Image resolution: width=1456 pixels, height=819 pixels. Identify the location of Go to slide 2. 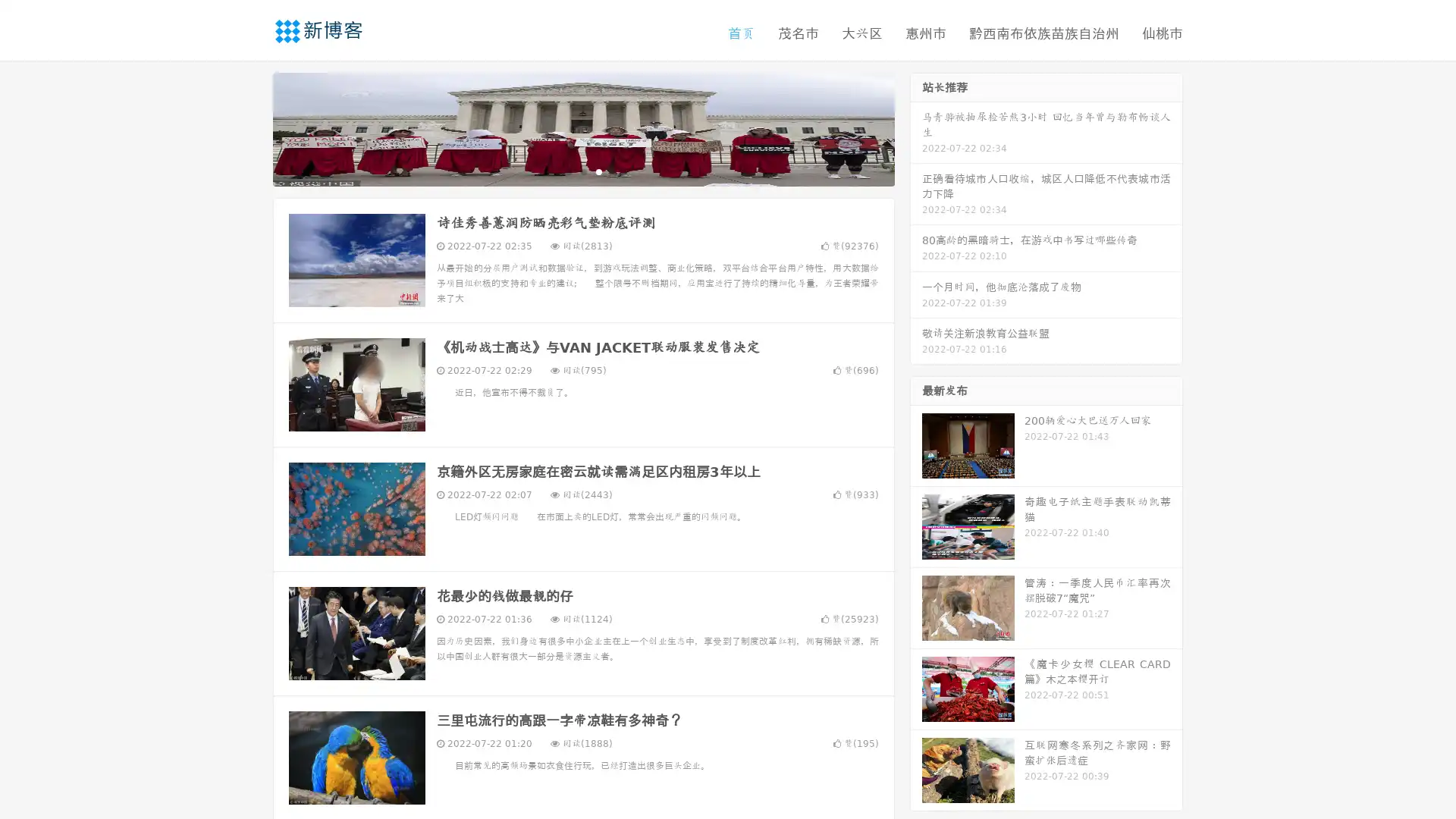
(582, 171).